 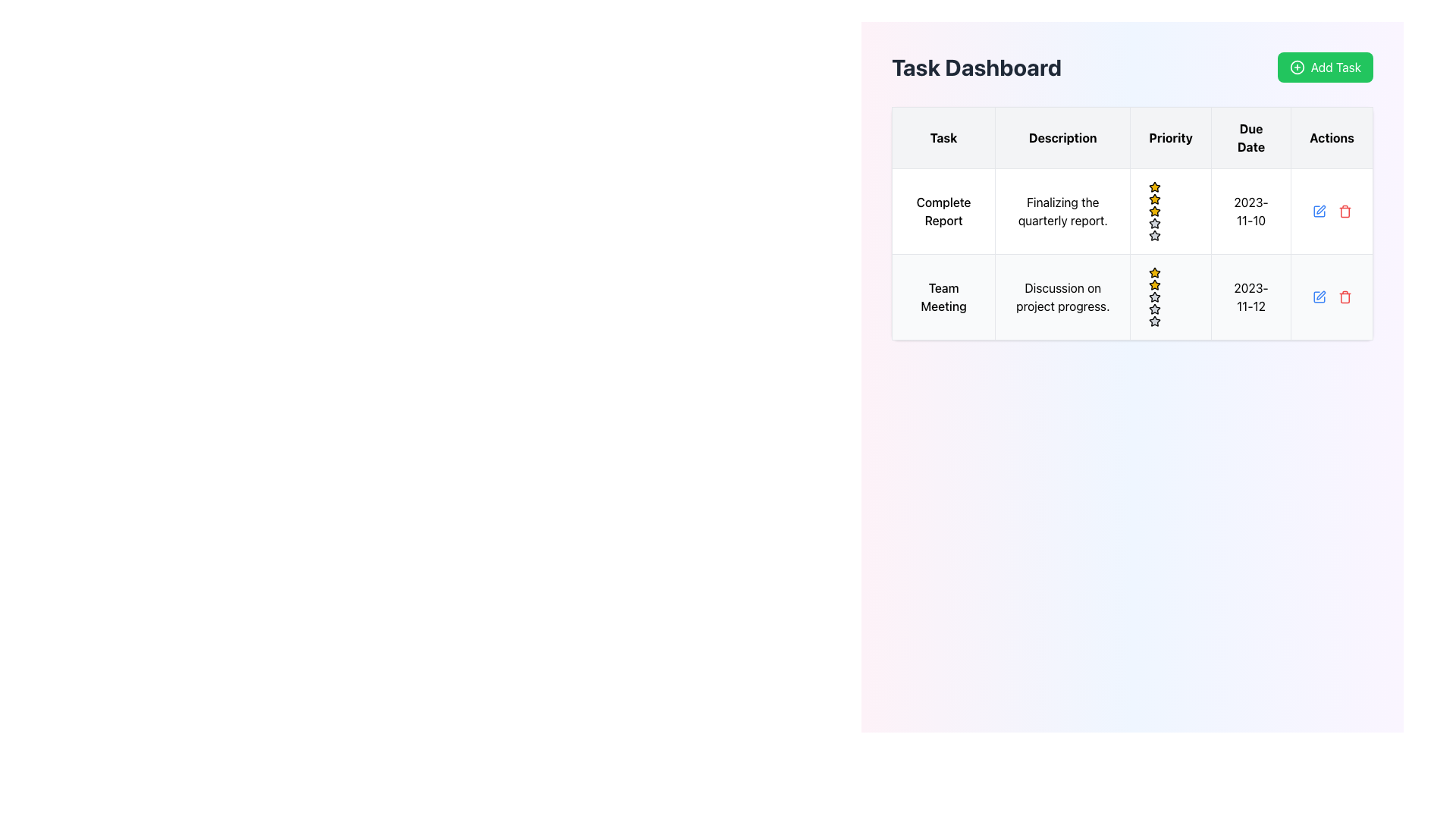 What do you see at coordinates (1154, 271) in the screenshot?
I see `the second golden star icon in the five-star rating row under the 'Priority' column labeled 'Team Meeting' to rate it` at bounding box center [1154, 271].